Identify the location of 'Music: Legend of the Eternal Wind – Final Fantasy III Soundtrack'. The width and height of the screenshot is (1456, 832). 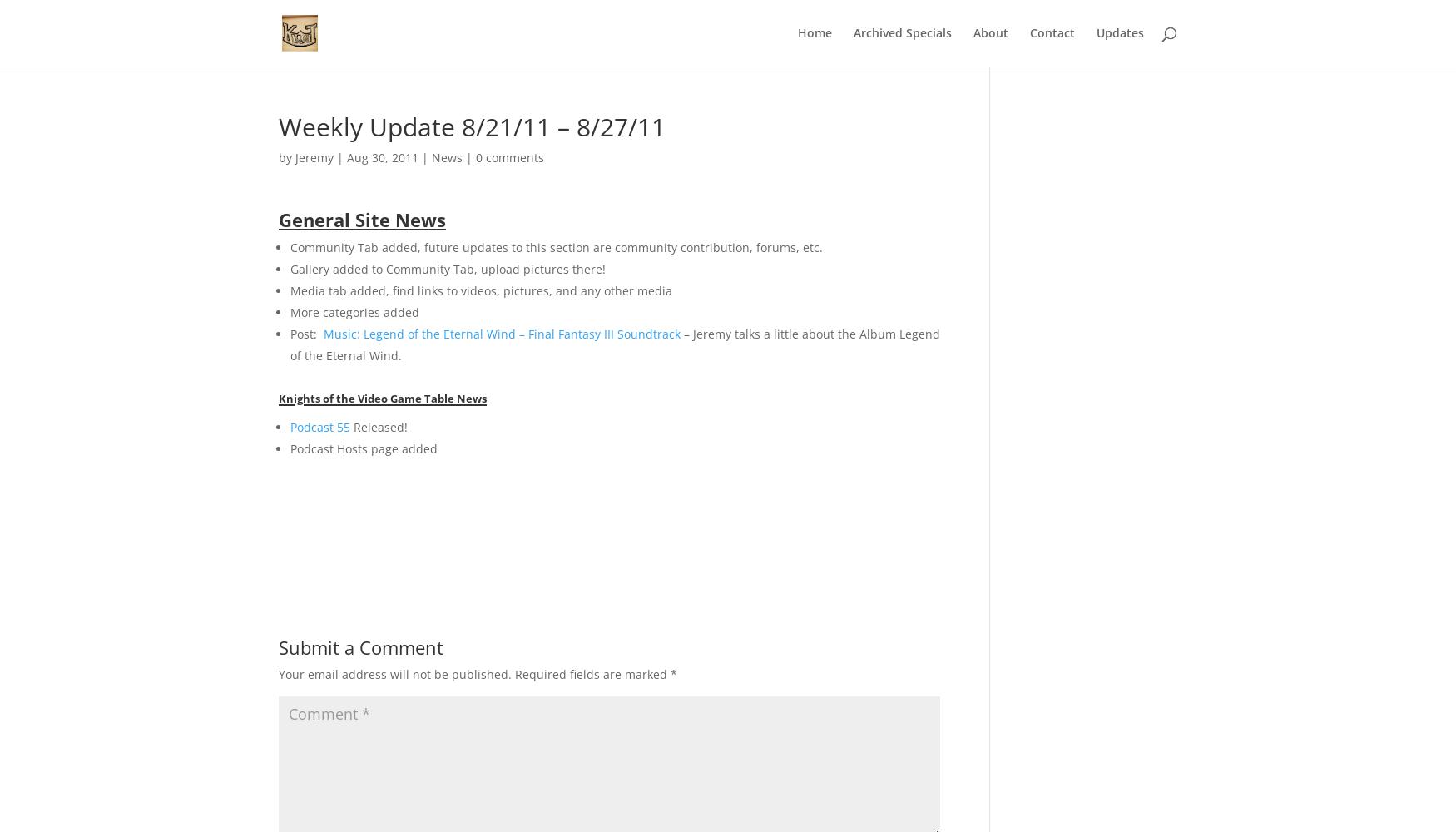
(323, 333).